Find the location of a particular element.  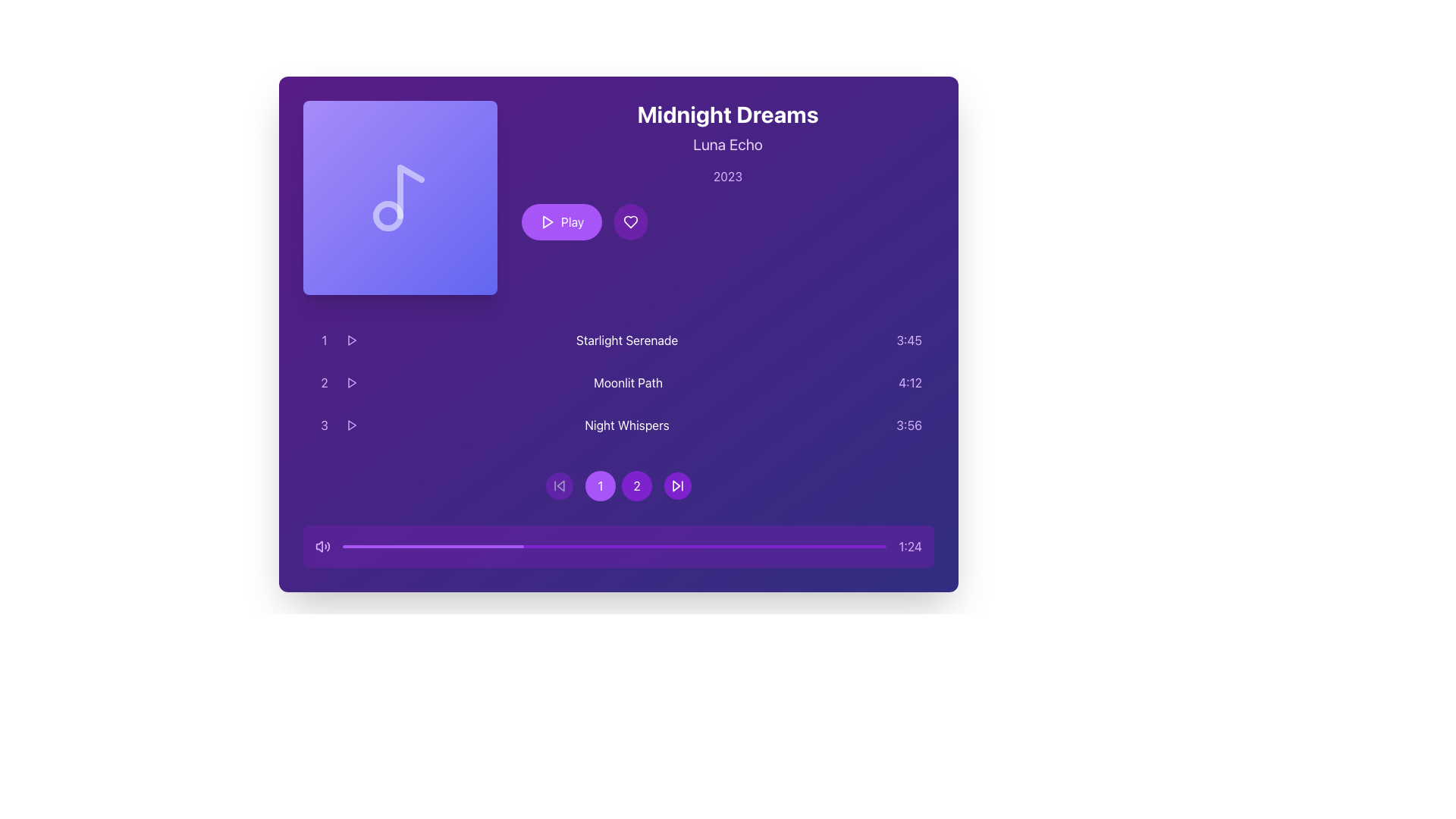

the progress is located at coordinates (399, 547).